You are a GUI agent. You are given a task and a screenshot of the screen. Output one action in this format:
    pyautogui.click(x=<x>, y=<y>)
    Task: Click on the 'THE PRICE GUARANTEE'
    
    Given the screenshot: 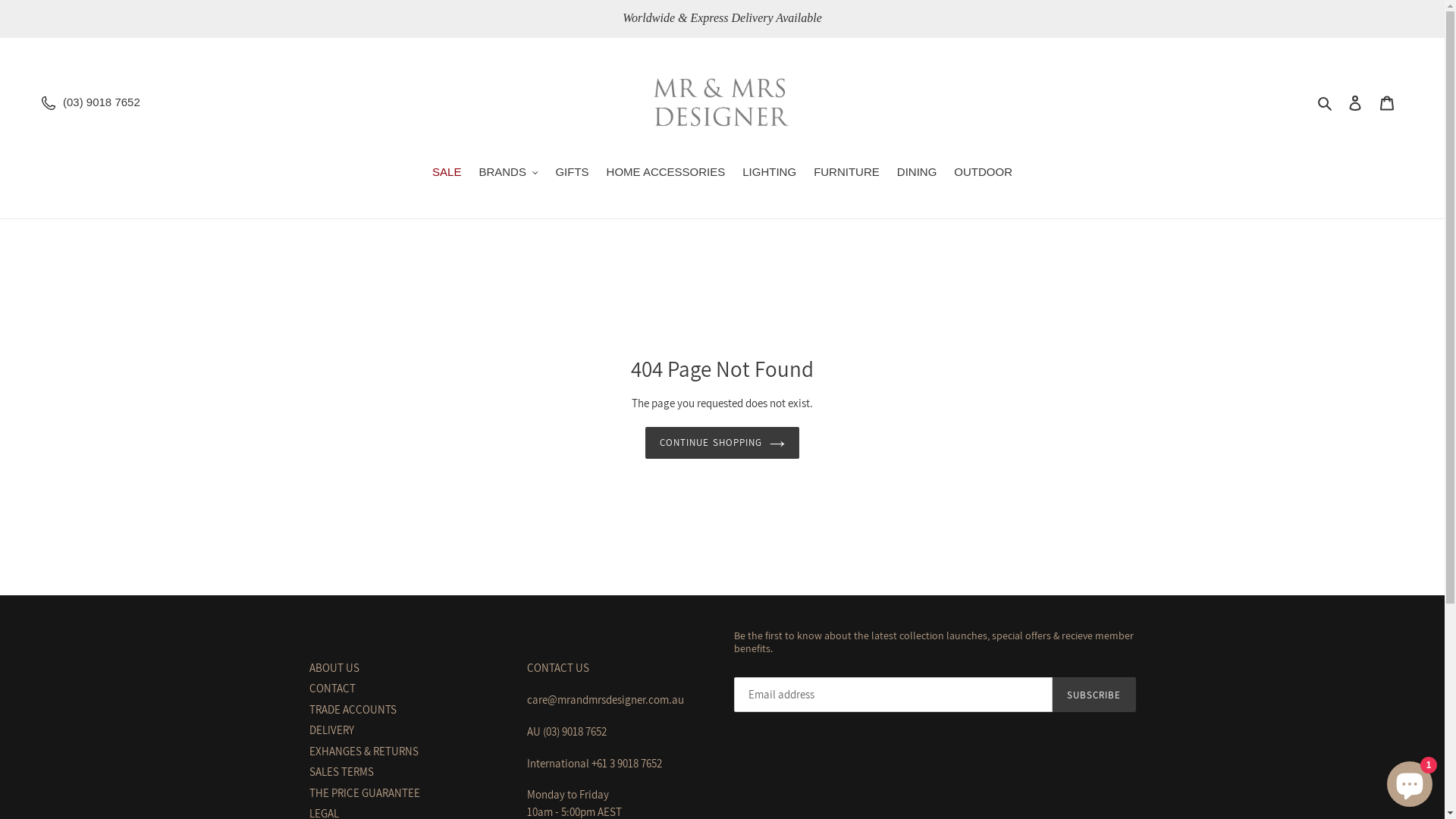 What is the action you would take?
    pyautogui.click(x=364, y=792)
    